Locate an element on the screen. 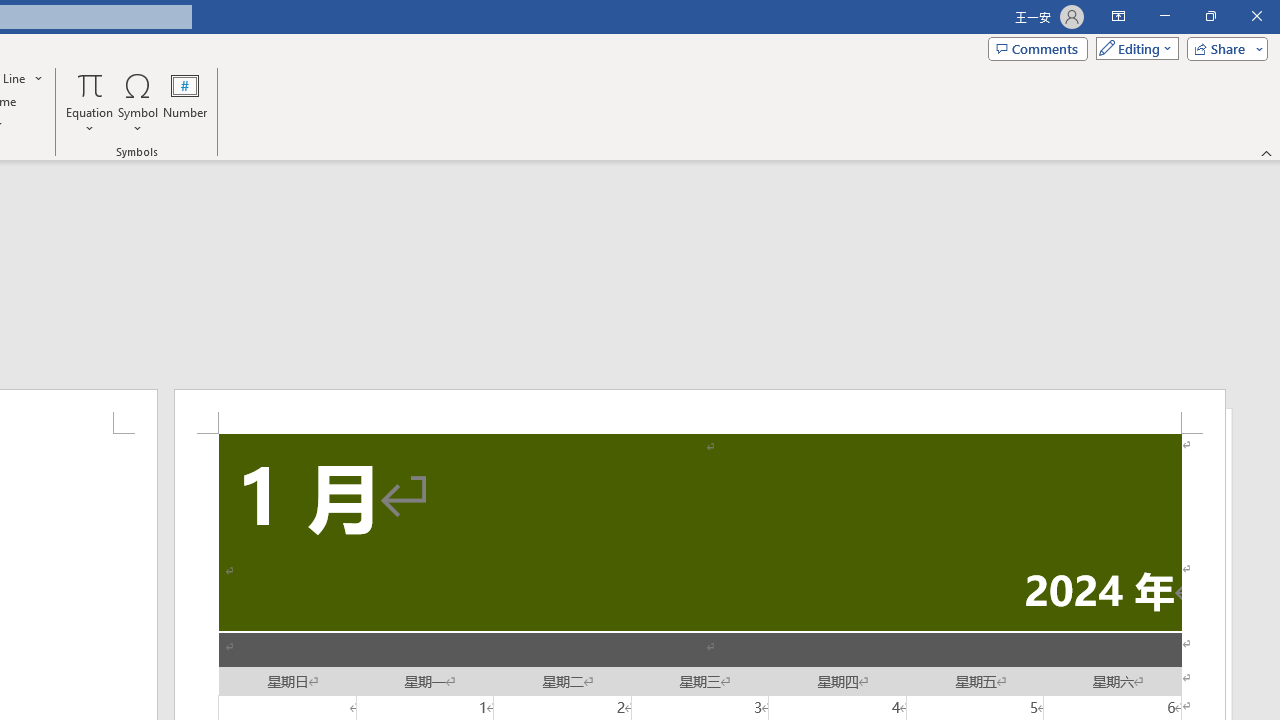 The width and height of the screenshot is (1280, 720). 'Equation' is located at coordinates (89, 103).